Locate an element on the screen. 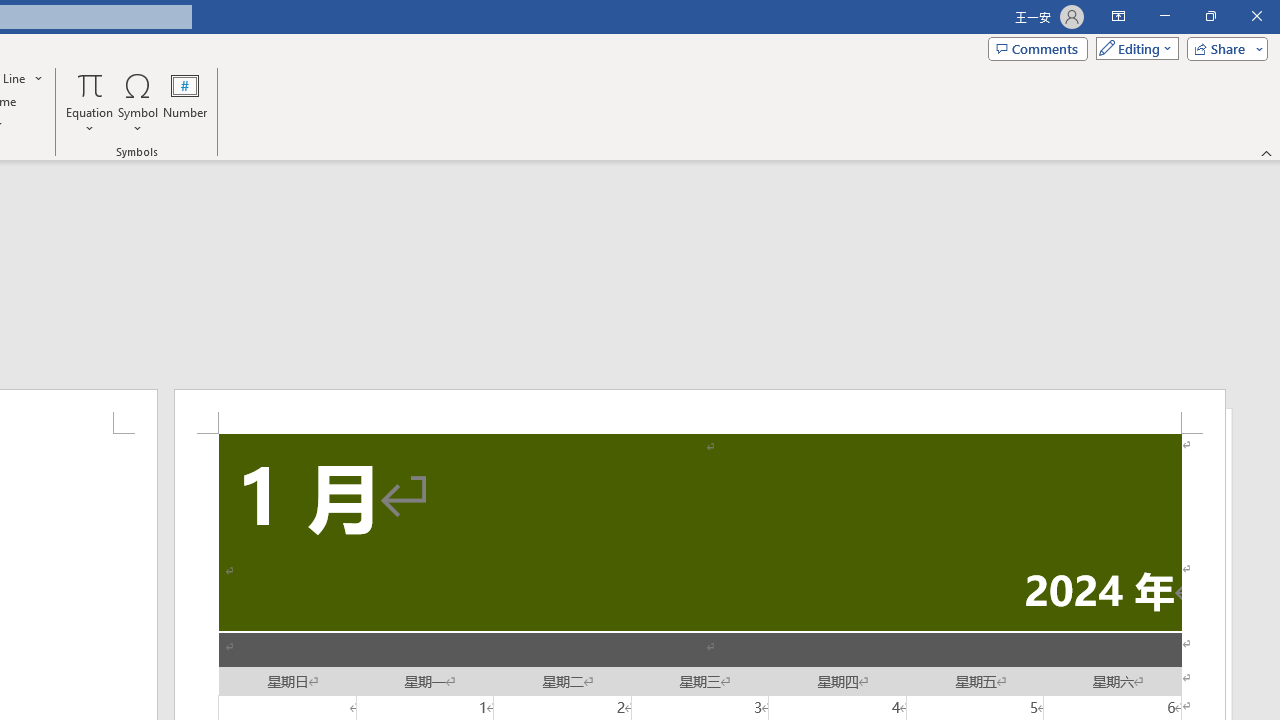 The width and height of the screenshot is (1280, 720). 'Equation' is located at coordinates (89, 103).